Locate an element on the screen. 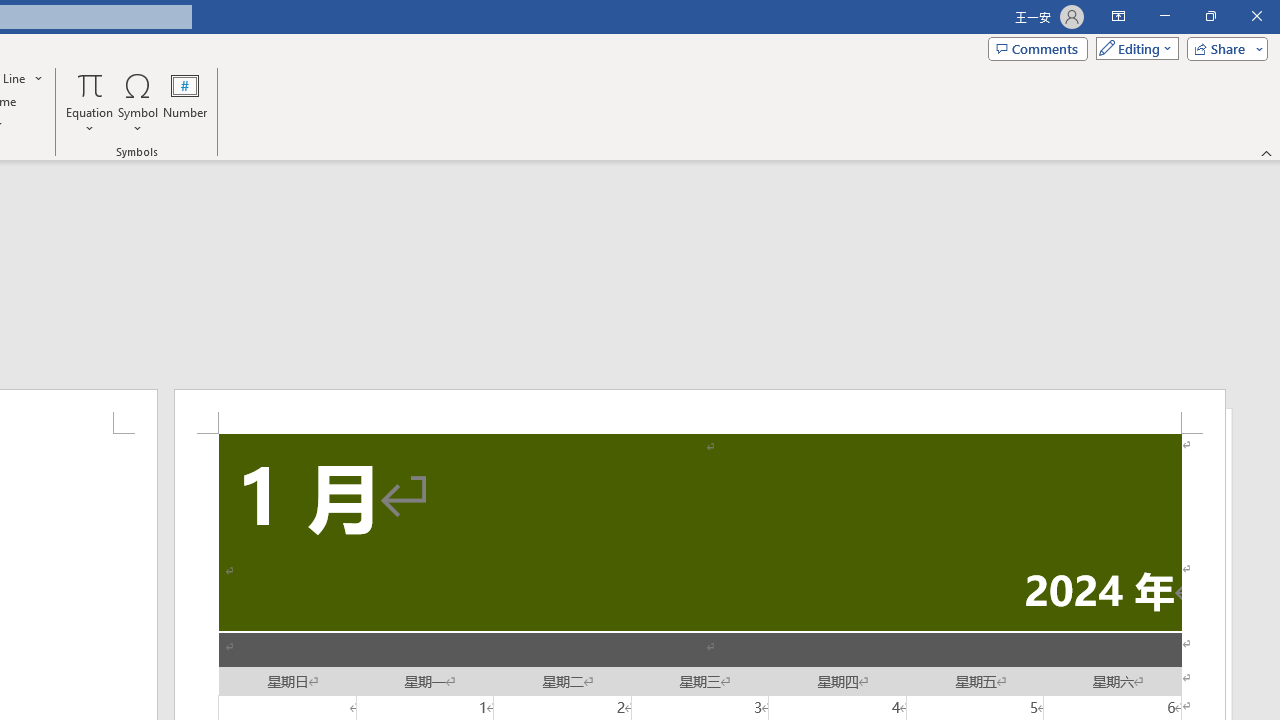 The width and height of the screenshot is (1280, 720). 'Equation' is located at coordinates (89, 103).